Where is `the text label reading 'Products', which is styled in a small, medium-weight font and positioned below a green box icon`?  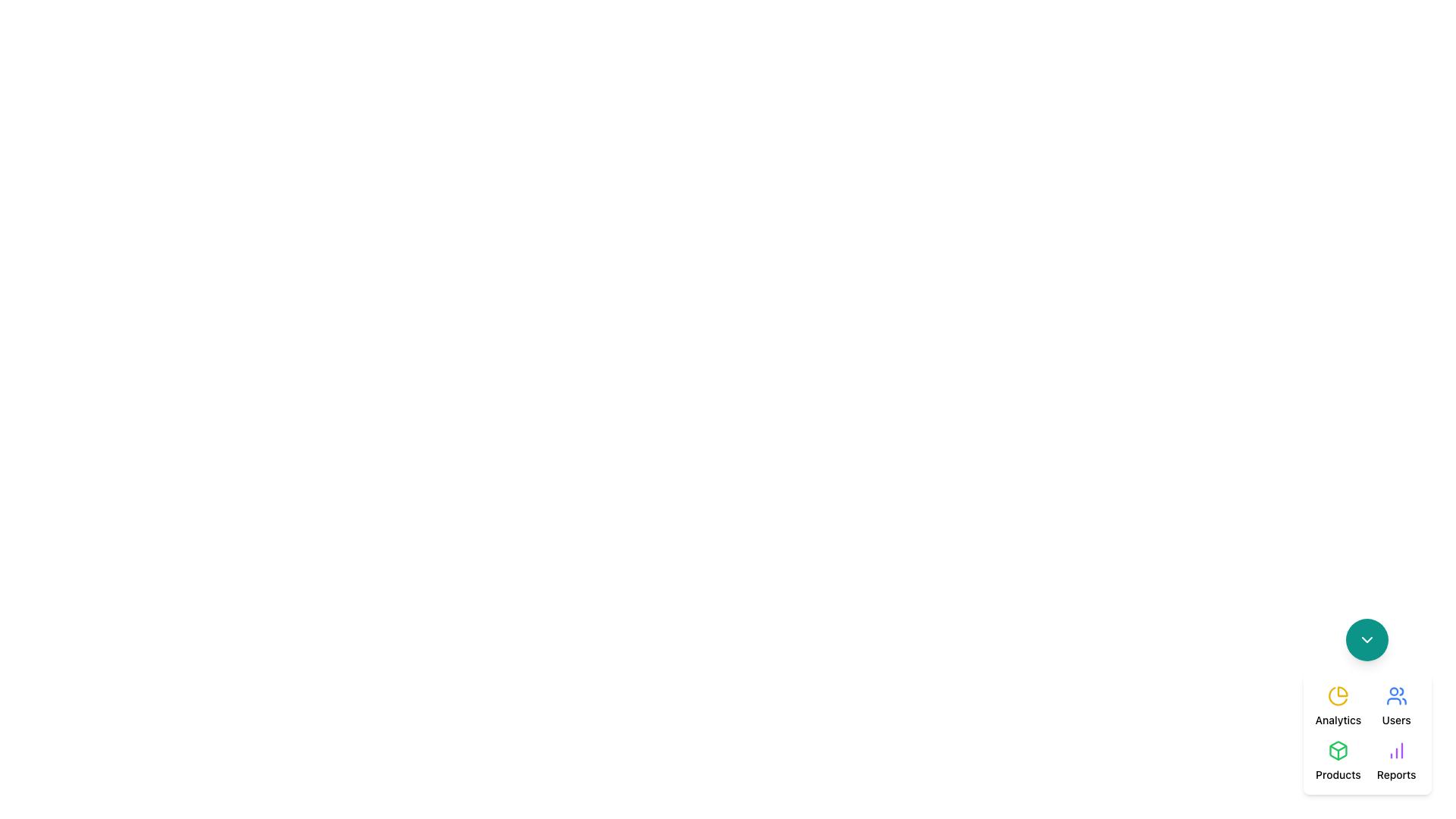 the text label reading 'Products', which is styled in a small, medium-weight font and positioned below a green box icon is located at coordinates (1338, 775).